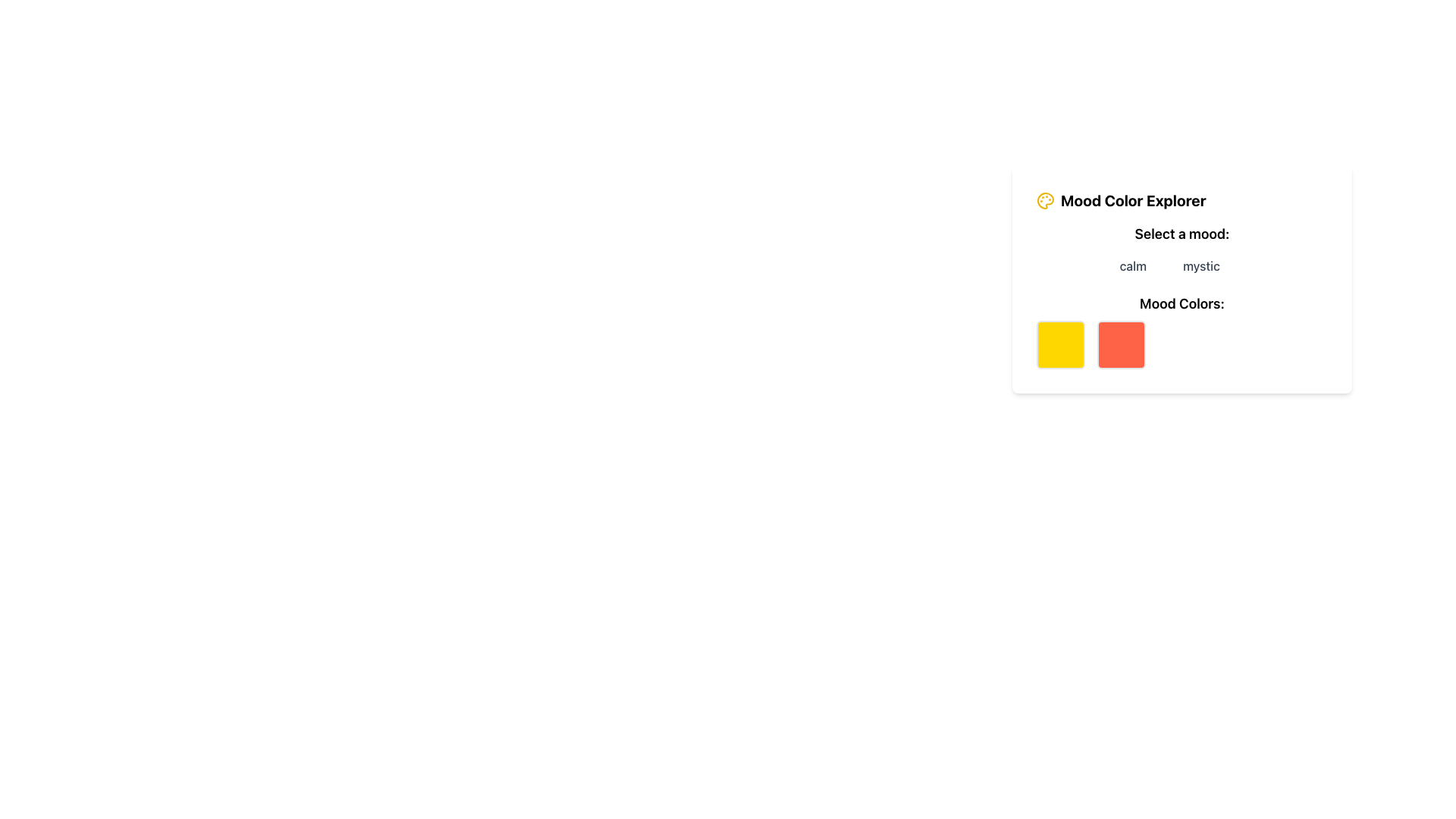 This screenshot has height=819, width=1456. I want to click on the text label that serves as the title for the section, indicating the purpose or theme of the content below it, which is horizontally aligned to the right of a palette icon in the top part of a card-like component, so click(1133, 200).